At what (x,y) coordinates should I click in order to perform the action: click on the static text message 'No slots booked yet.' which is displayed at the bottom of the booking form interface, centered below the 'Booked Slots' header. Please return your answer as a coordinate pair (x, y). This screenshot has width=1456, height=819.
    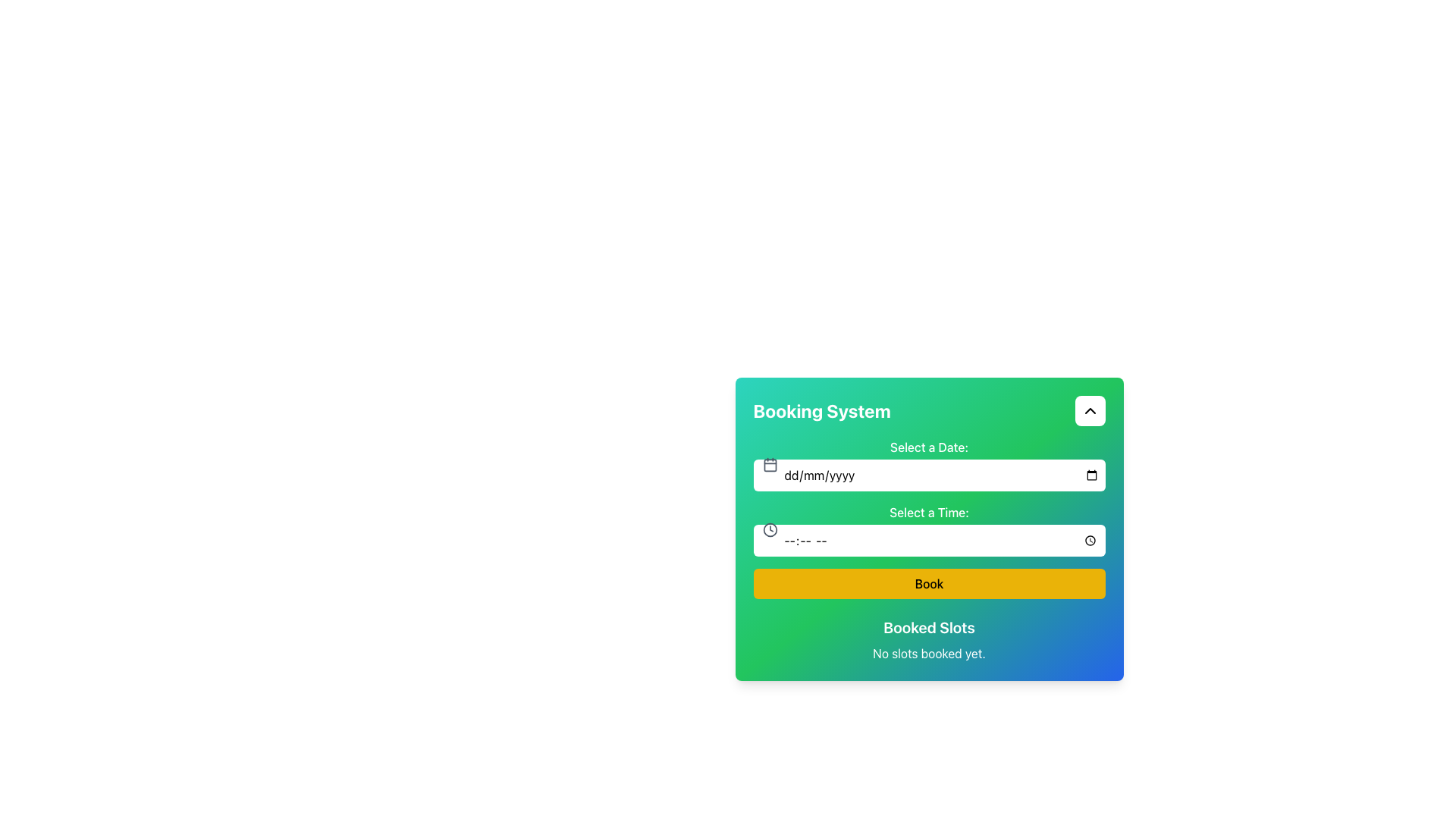
    Looking at the image, I should click on (928, 652).